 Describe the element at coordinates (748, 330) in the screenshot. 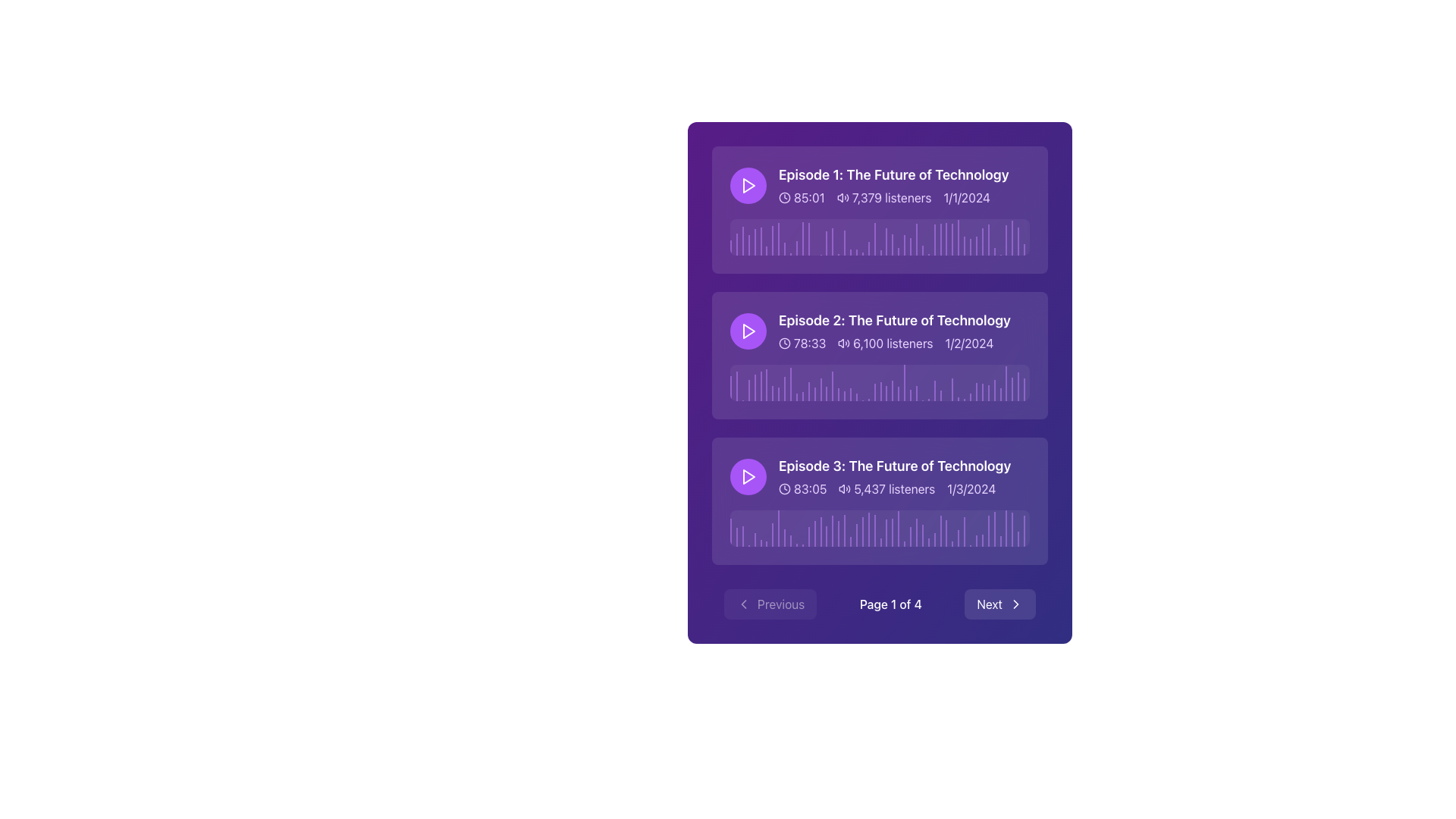

I see `the triangular play button with a purple background, located in the top-left corner of the second list item for accessibility purposes` at that location.